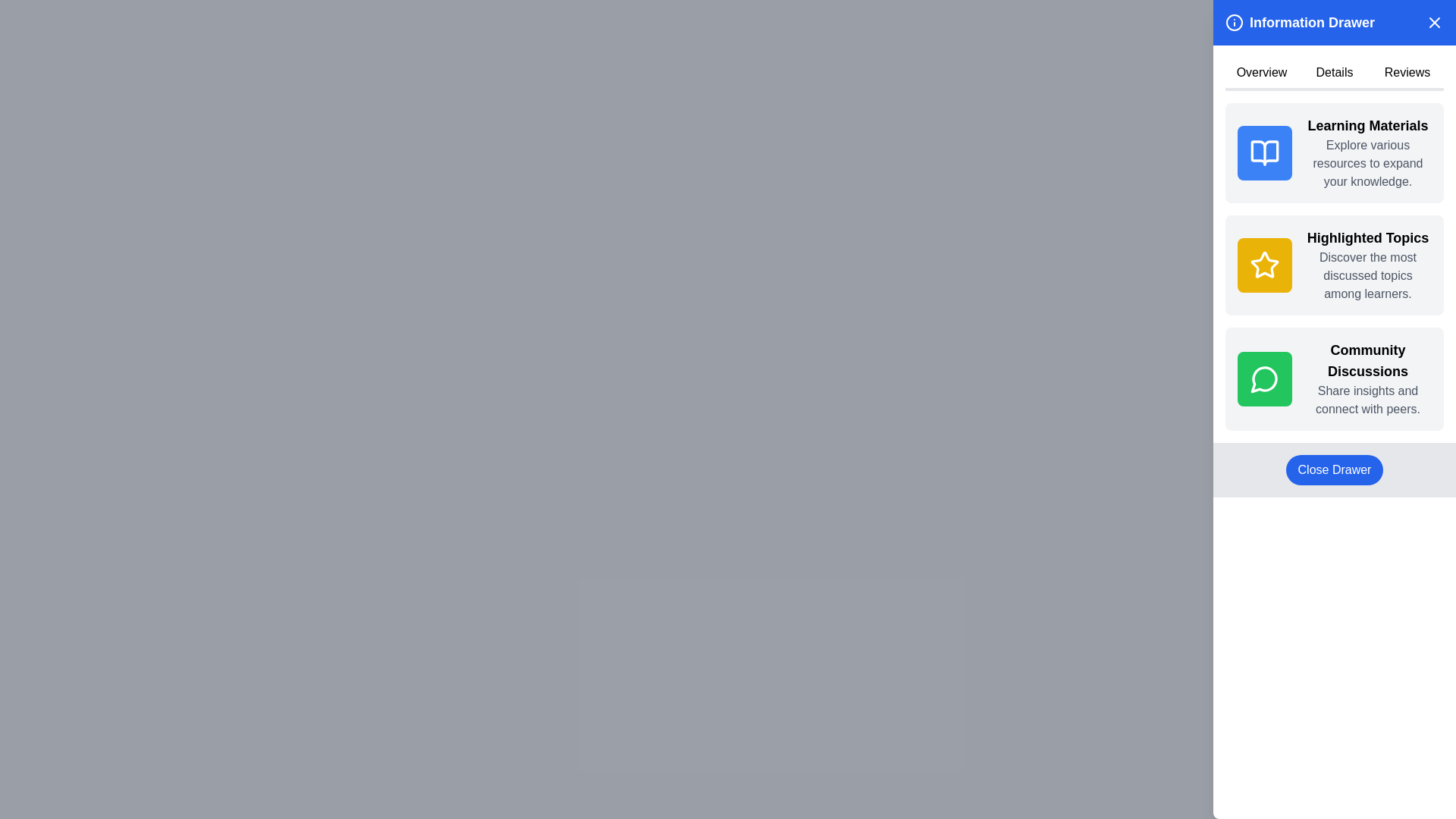 The height and width of the screenshot is (819, 1456). What do you see at coordinates (1265, 265) in the screenshot?
I see `the yellow rectangular box with rounded corners and a star icon at its center, located within the 'Highlighted Topics' section` at bounding box center [1265, 265].